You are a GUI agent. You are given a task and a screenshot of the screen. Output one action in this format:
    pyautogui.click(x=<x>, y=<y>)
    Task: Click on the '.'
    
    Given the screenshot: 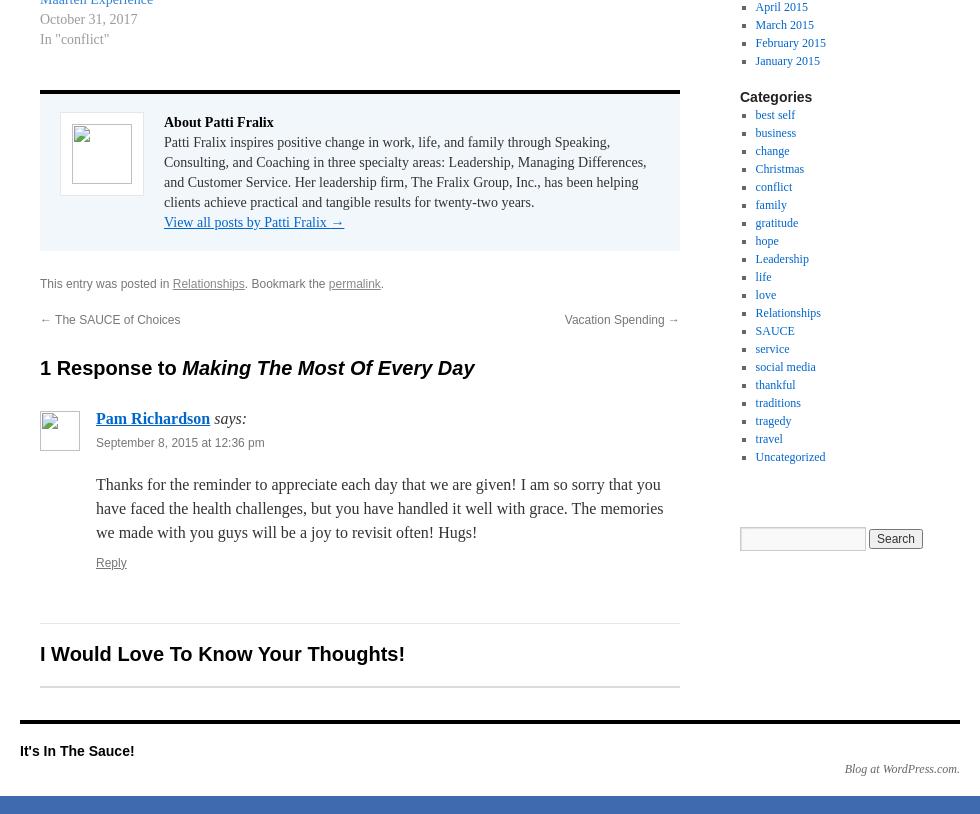 What is the action you would take?
    pyautogui.click(x=380, y=283)
    